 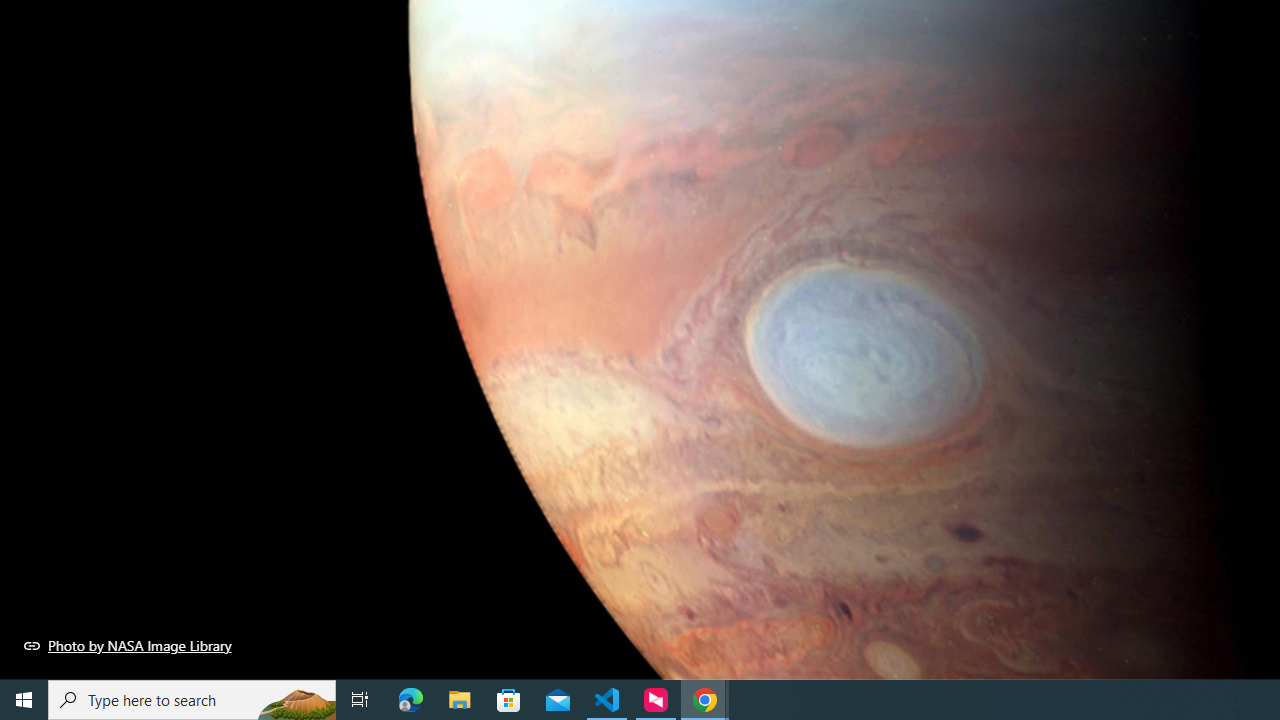 What do you see at coordinates (705, 698) in the screenshot?
I see `'Google Chrome - 2 running windows'` at bounding box center [705, 698].